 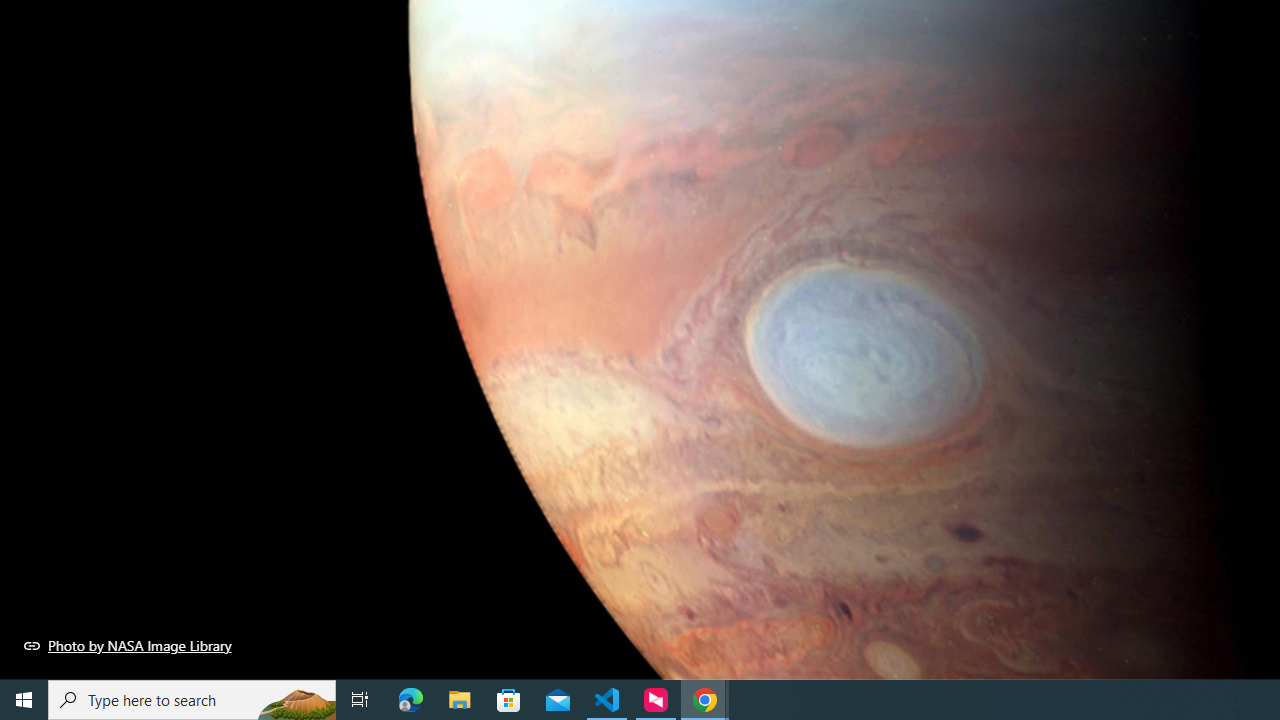 What do you see at coordinates (705, 698) in the screenshot?
I see `'Google Chrome - 2 running windows'` at bounding box center [705, 698].